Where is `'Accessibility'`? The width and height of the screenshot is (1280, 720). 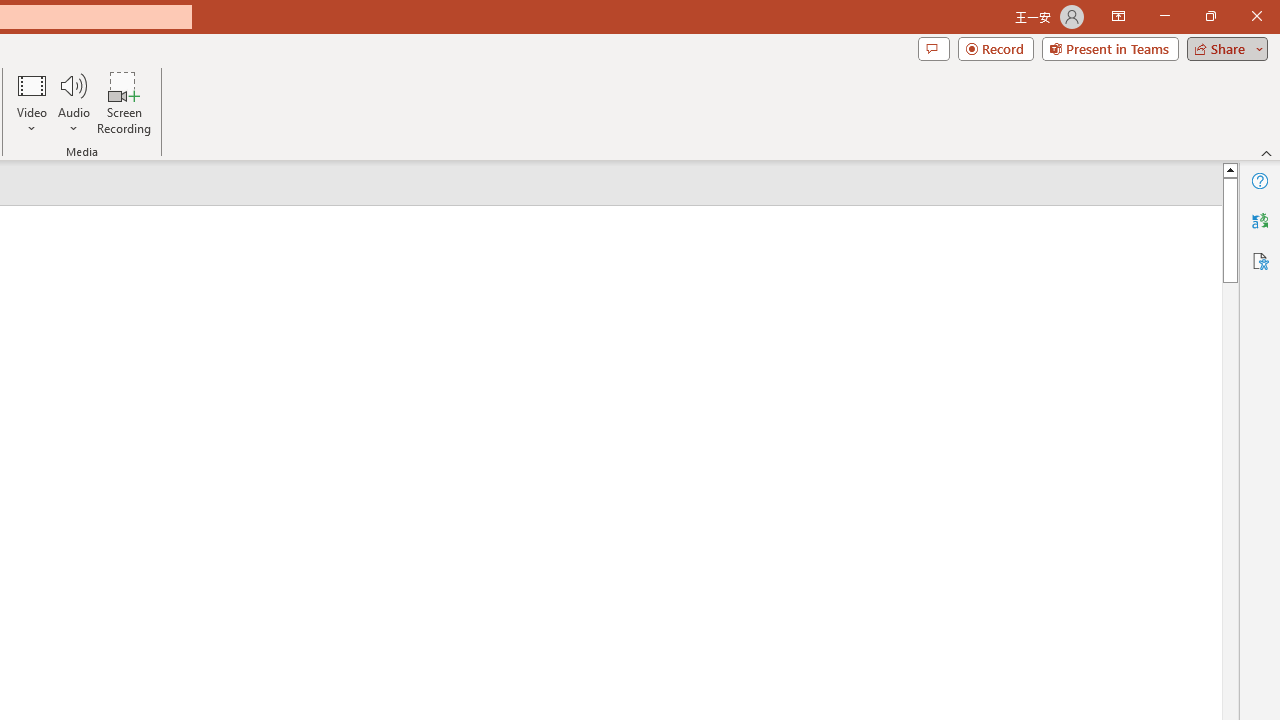 'Accessibility' is located at coordinates (1259, 260).